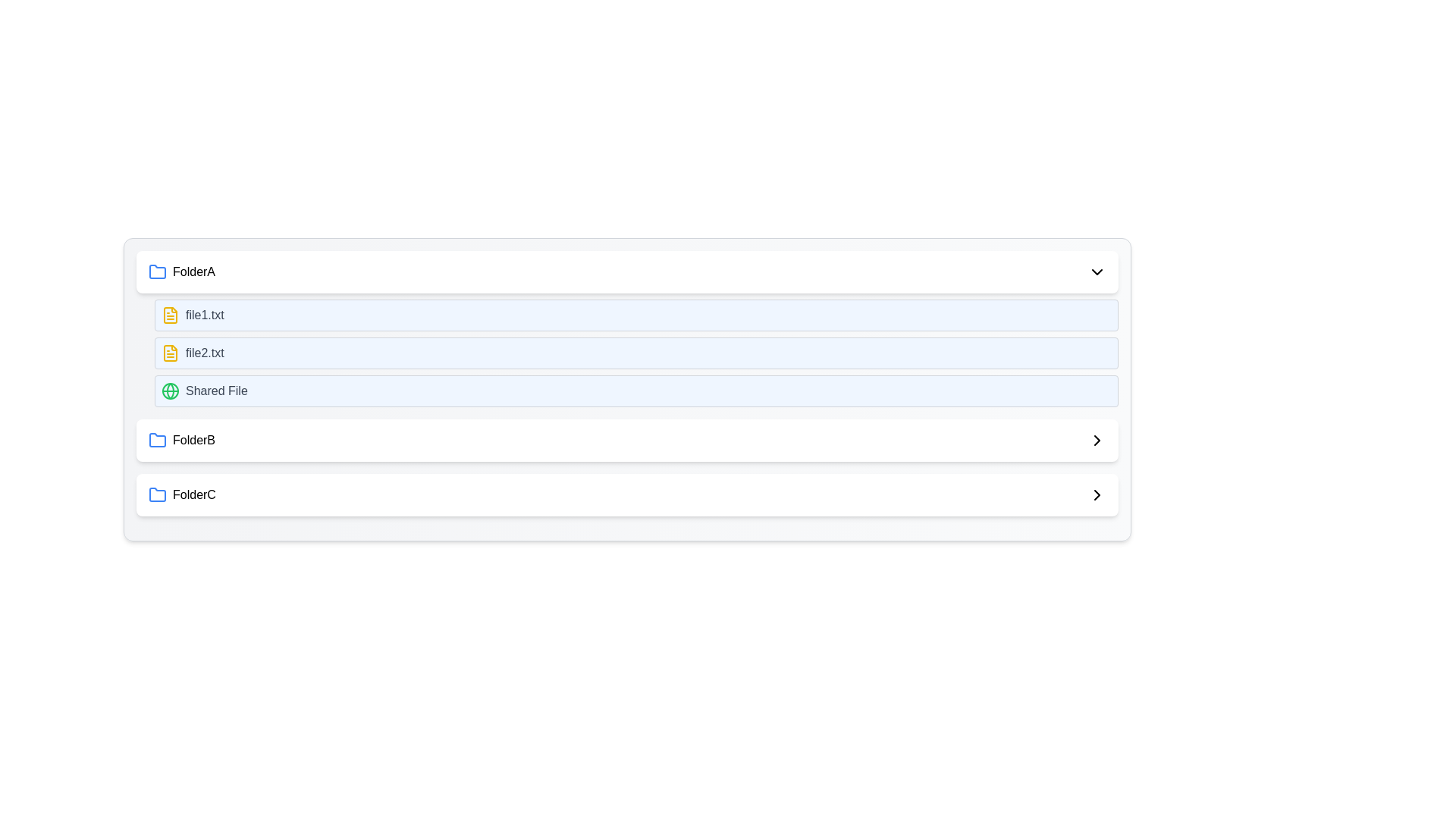  I want to click on the folder icon representing 'FolderC', which is located at the far left of the row containing the text label 'FolderC', so click(157, 494).